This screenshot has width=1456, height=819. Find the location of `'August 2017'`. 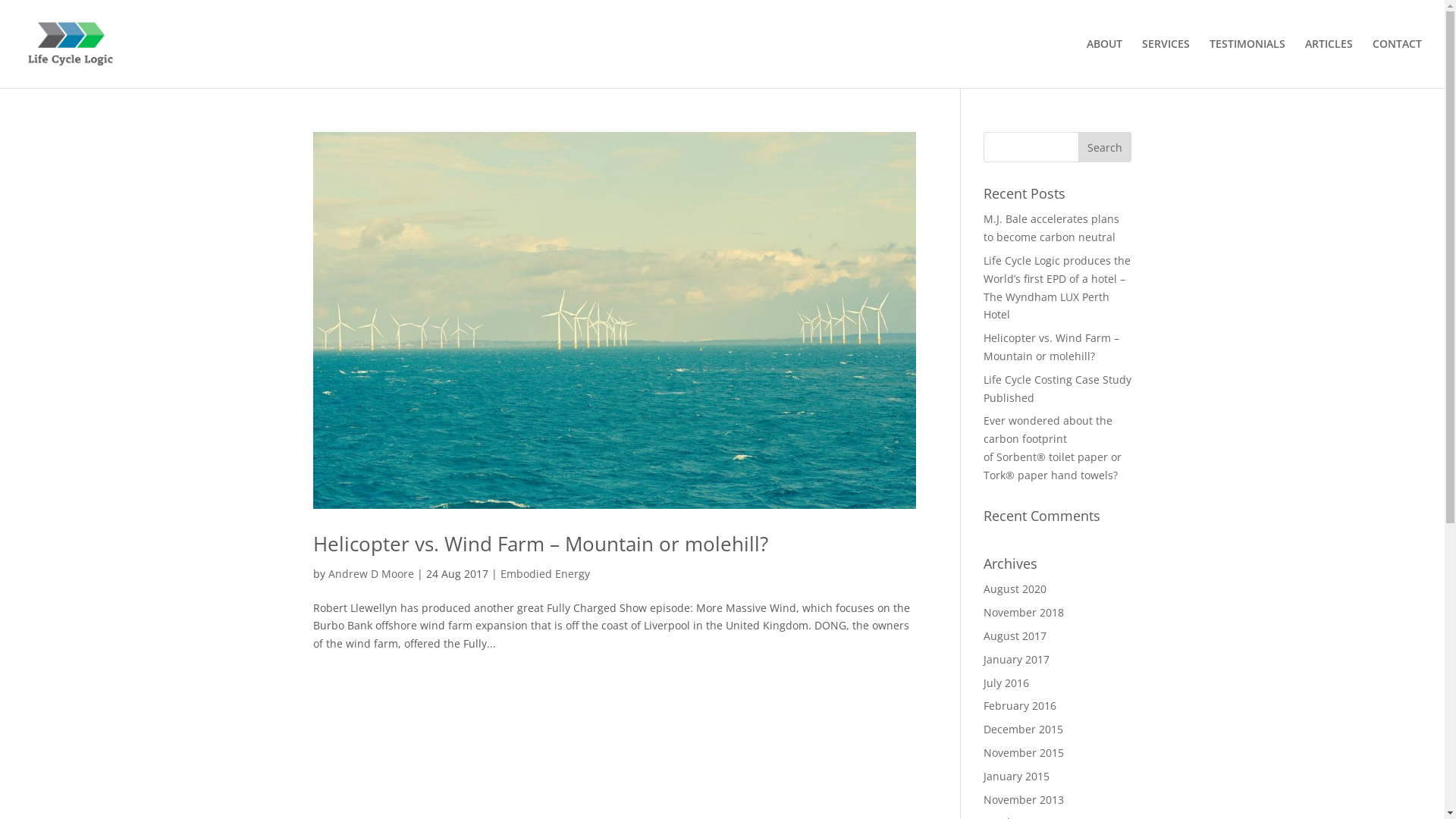

'August 2017' is located at coordinates (1015, 635).